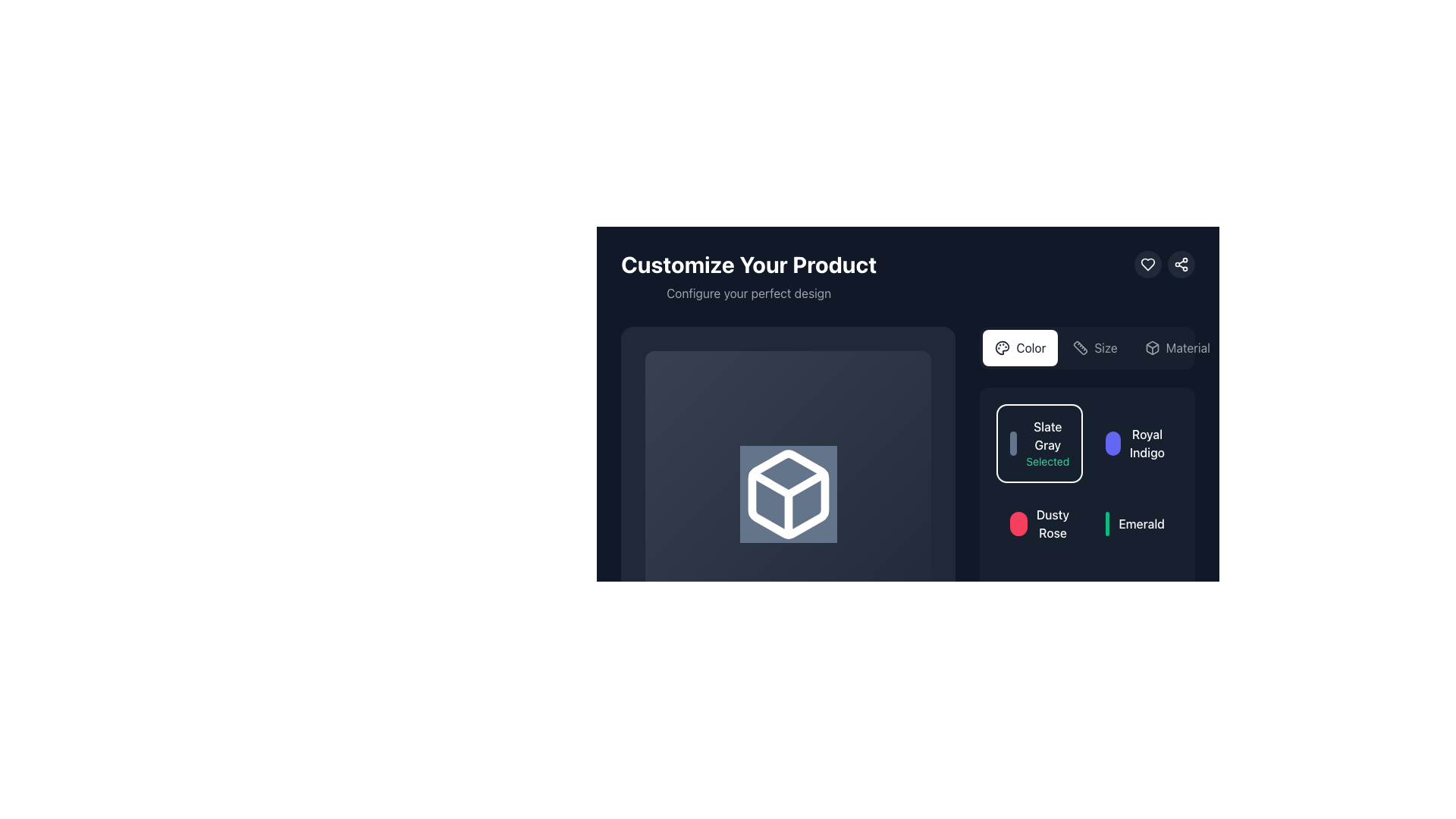 This screenshot has width=1456, height=819. What do you see at coordinates (1135, 444) in the screenshot?
I see `the 'Royal Indigo' selectable item in the color selector panel` at bounding box center [1135, 444].